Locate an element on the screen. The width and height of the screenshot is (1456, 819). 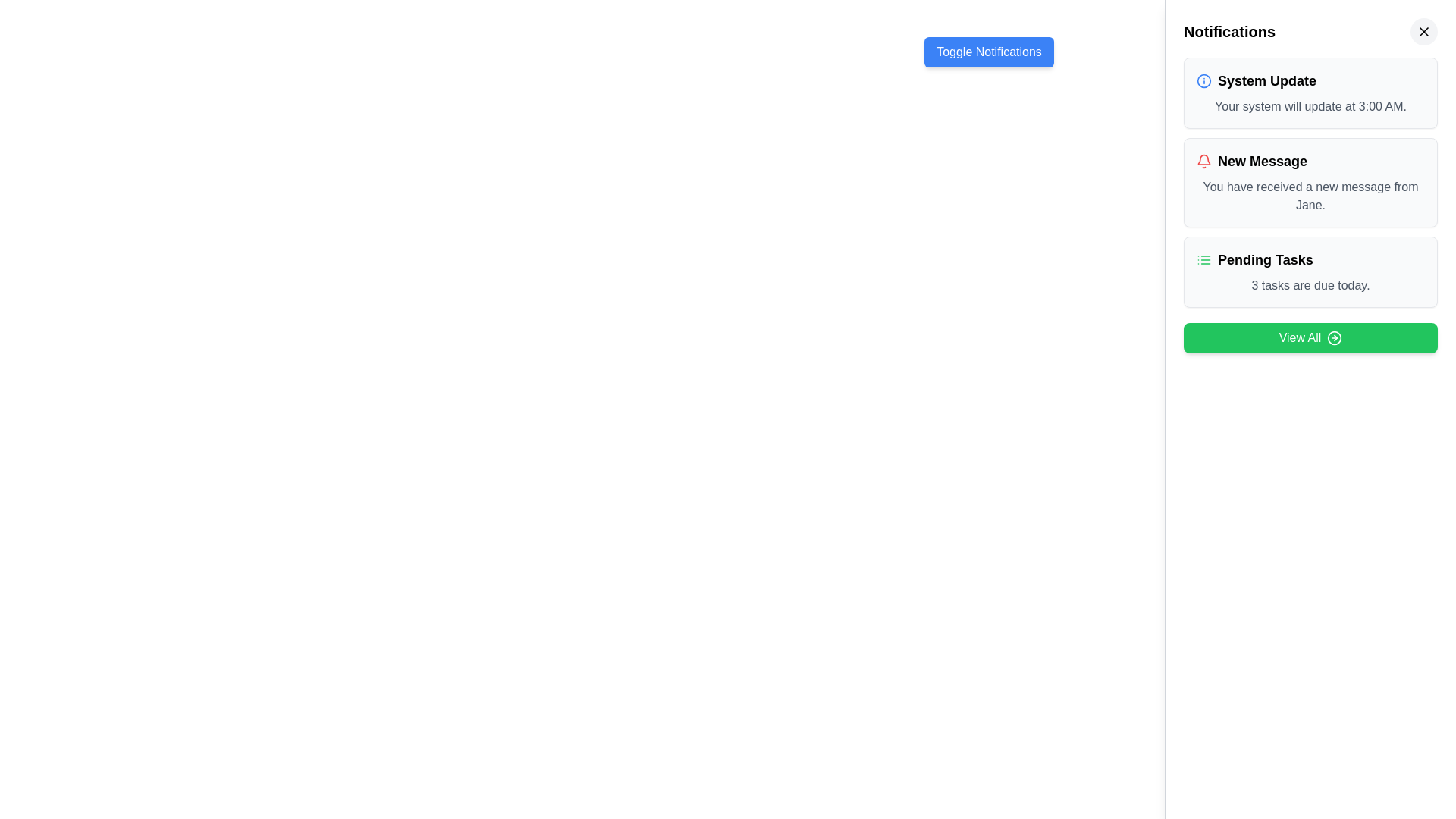
the topmost notification card in the right-hand notification panel that displays system update information is located at coordinates (1310, 93).